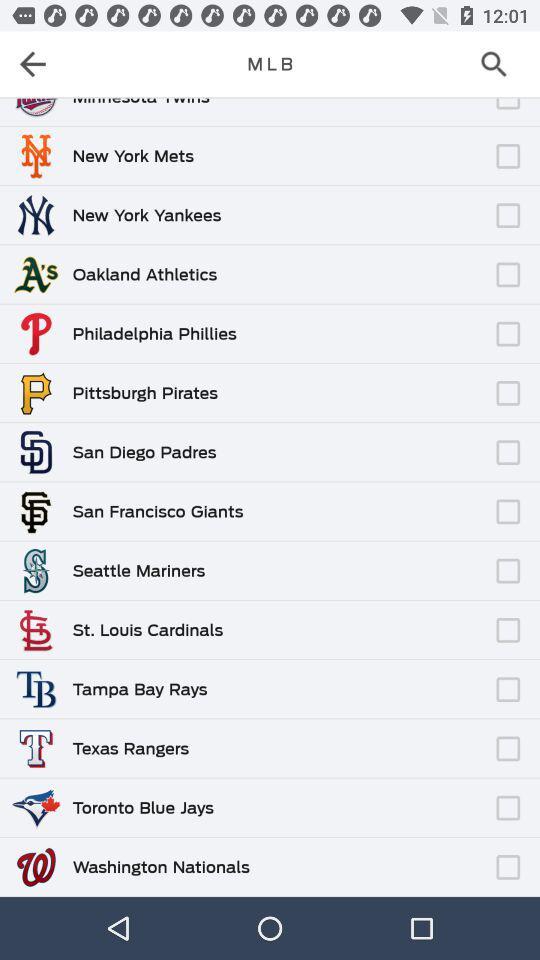  Describe the element at coordinates (346, 561) in the screenshot. I see `item next to the seattle mariners item` at that location.